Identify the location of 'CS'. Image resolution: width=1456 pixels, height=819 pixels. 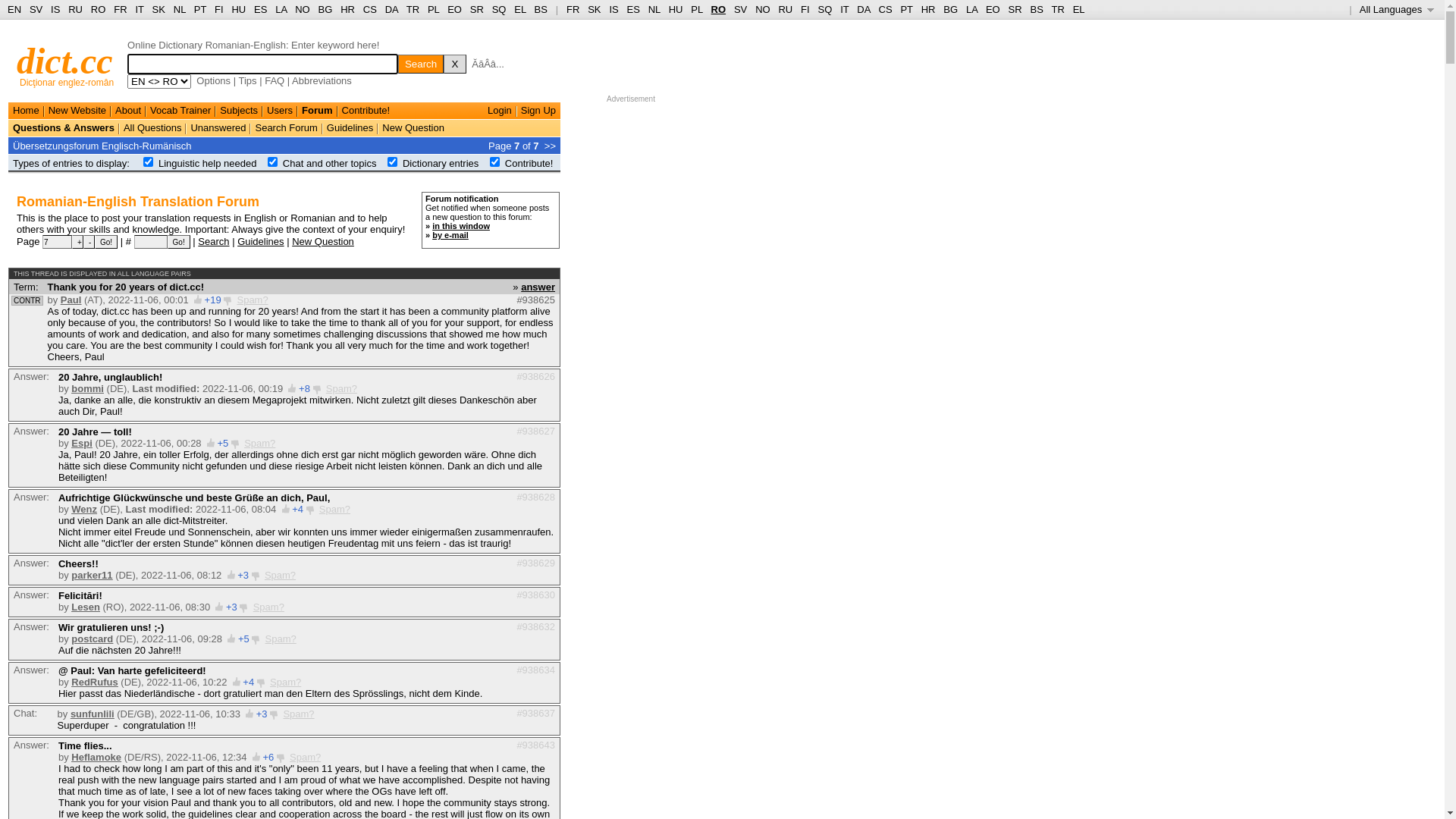
(370, 9).